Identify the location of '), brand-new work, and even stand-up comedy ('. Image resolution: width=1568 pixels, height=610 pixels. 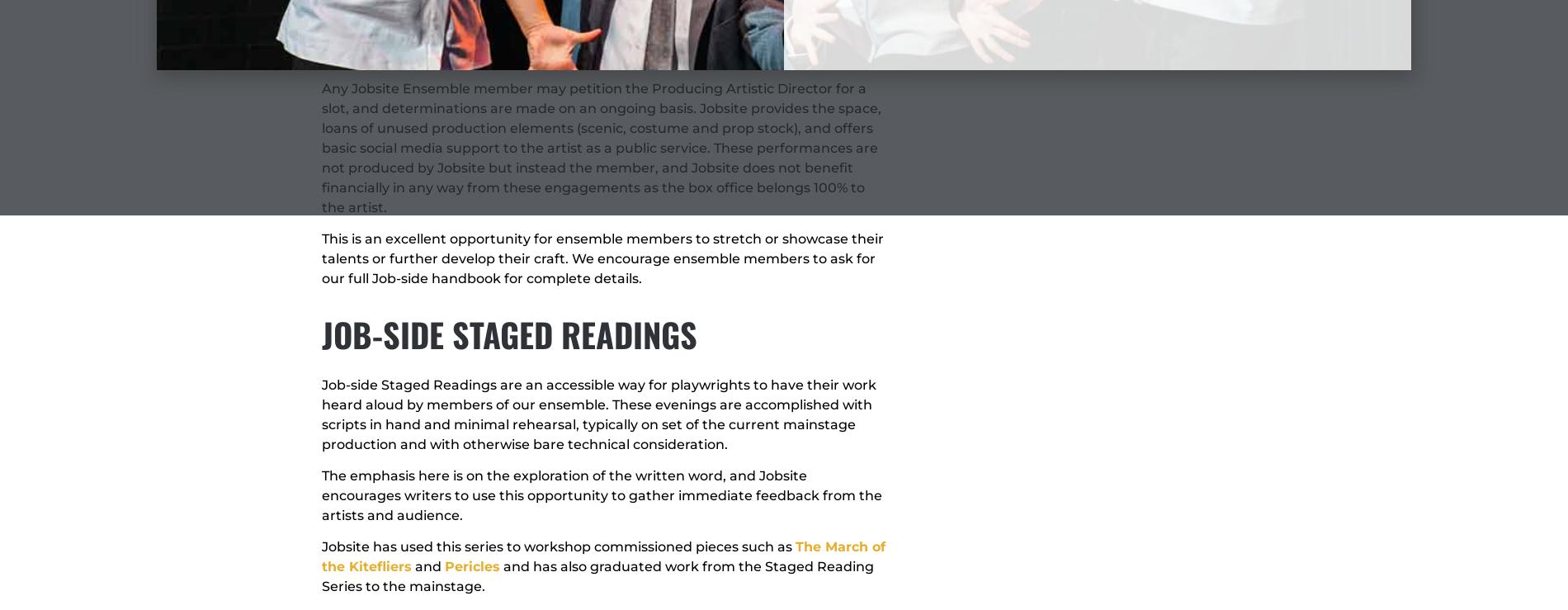
(590, 46).